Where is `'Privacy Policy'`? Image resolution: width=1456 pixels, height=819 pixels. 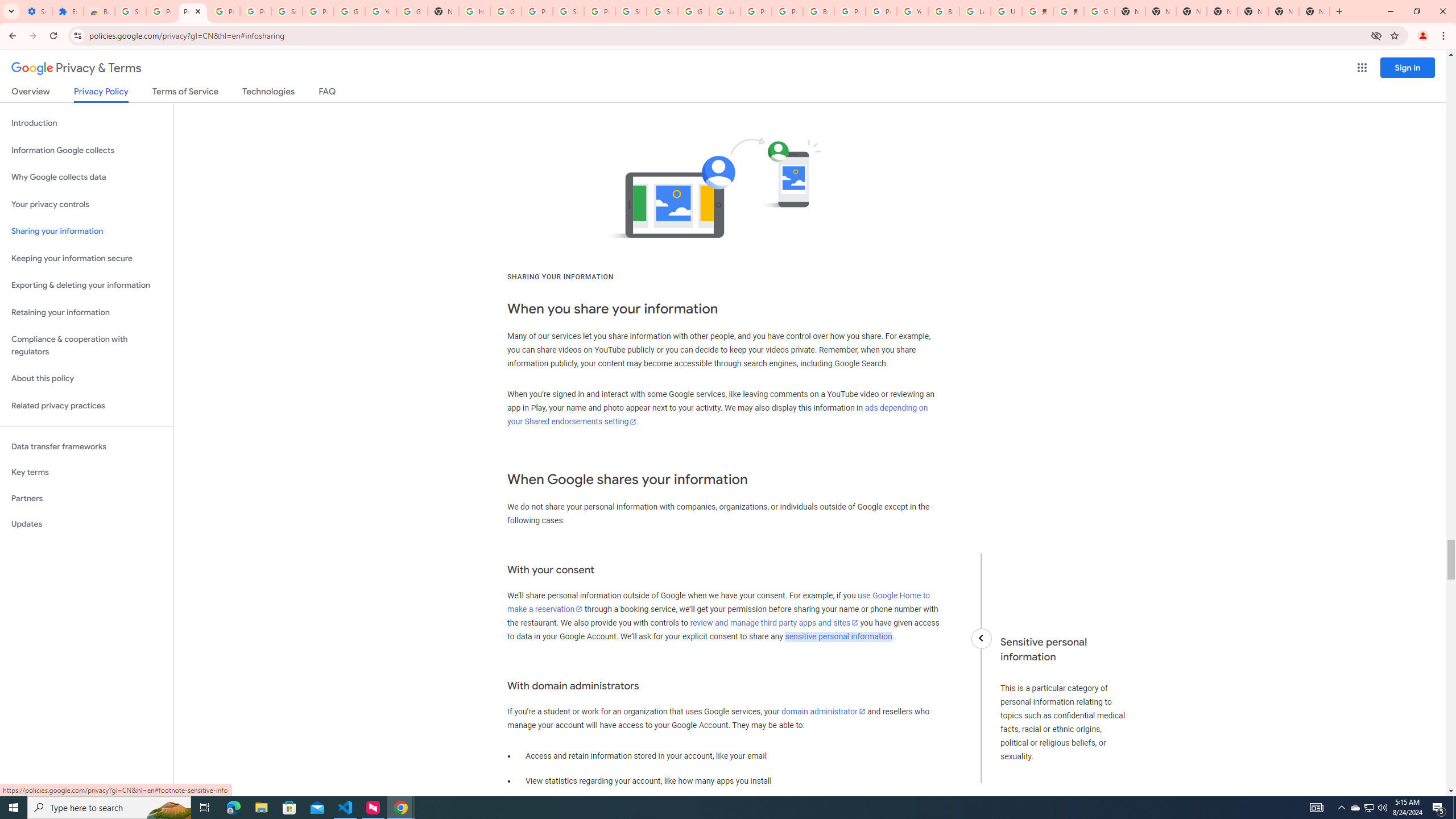 'Privacy Policy' is located at coordinates (100, 94).